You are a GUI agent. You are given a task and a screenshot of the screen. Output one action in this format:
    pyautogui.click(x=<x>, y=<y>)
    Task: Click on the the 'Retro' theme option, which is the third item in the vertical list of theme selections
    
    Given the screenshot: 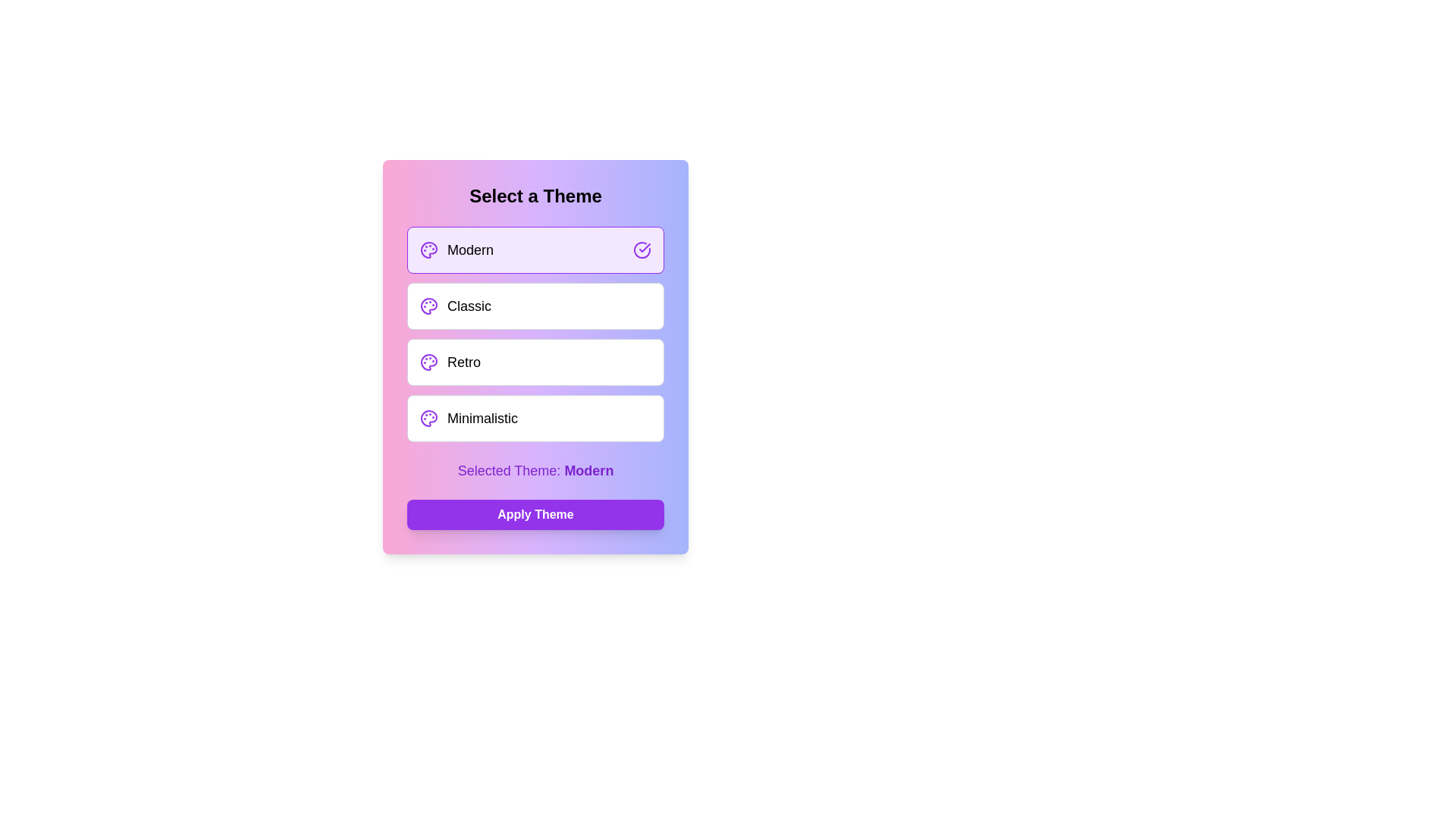 What is the action you would take?
    pyautogui.click(x=450, y=362)
    